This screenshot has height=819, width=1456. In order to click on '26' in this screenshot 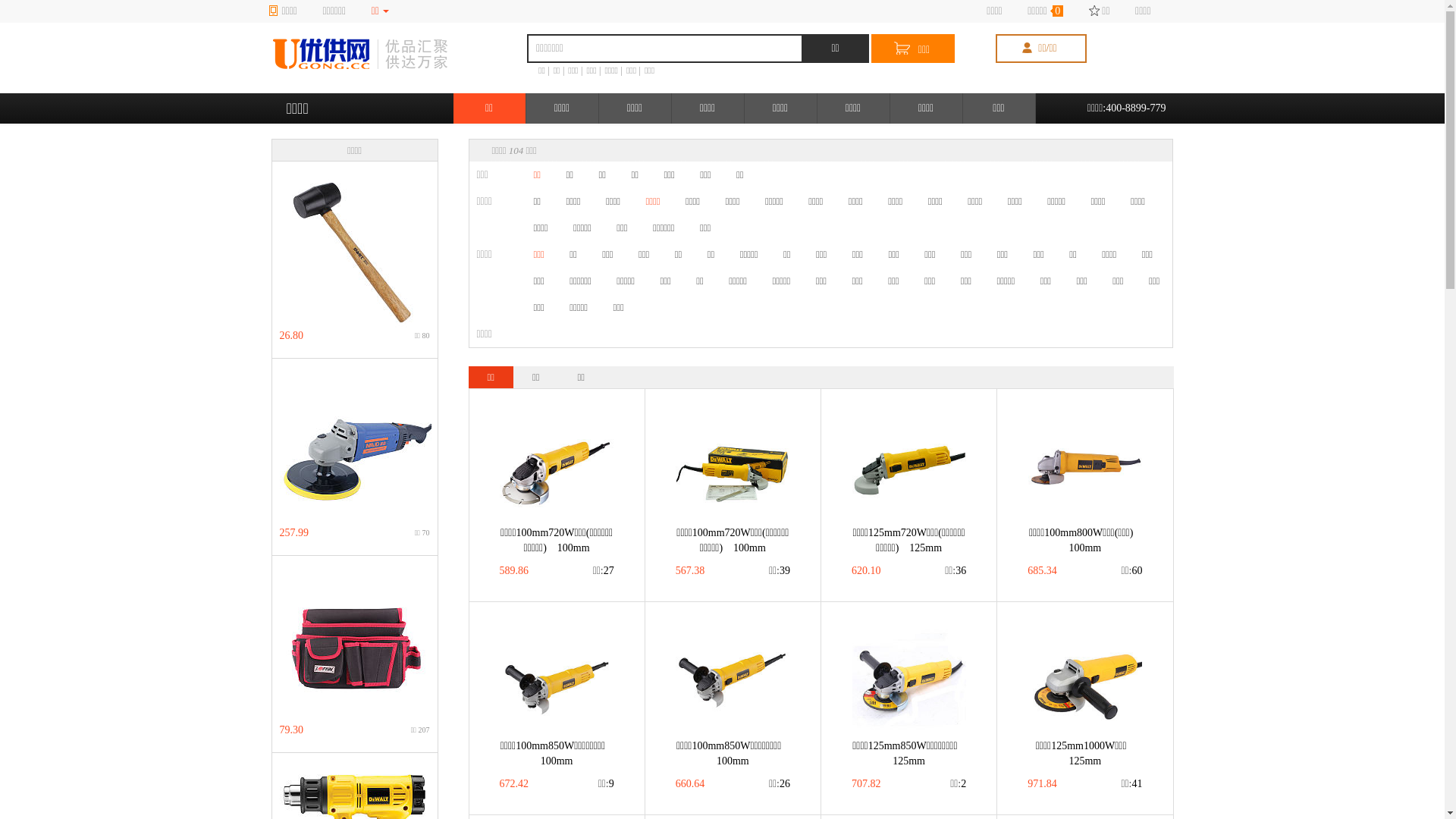, I will do `click(779, 783)`.